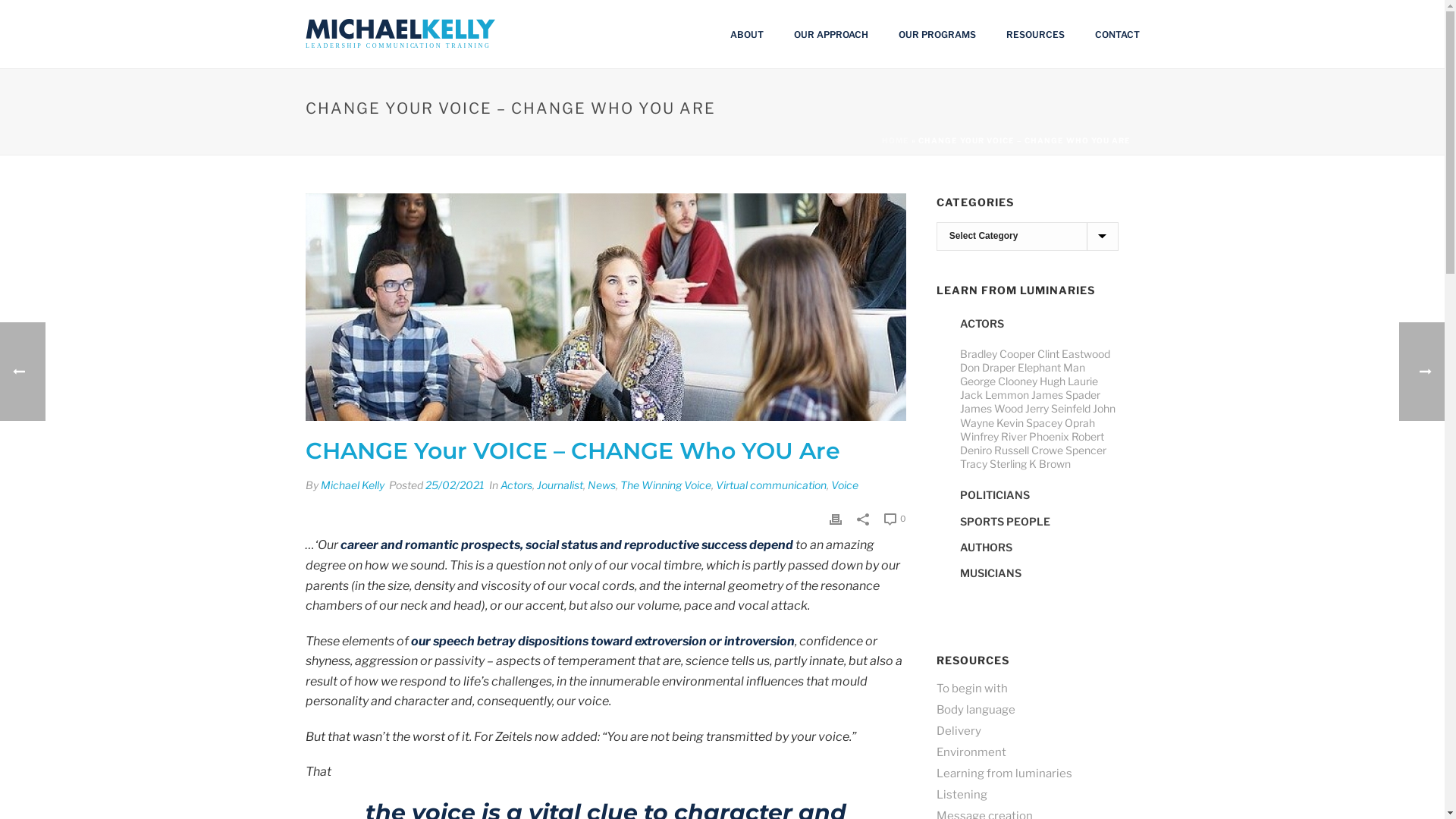 This screenshot has height=819, width=1456. I want to click on 'Jerry Seinfeld', so click(1057, 407).